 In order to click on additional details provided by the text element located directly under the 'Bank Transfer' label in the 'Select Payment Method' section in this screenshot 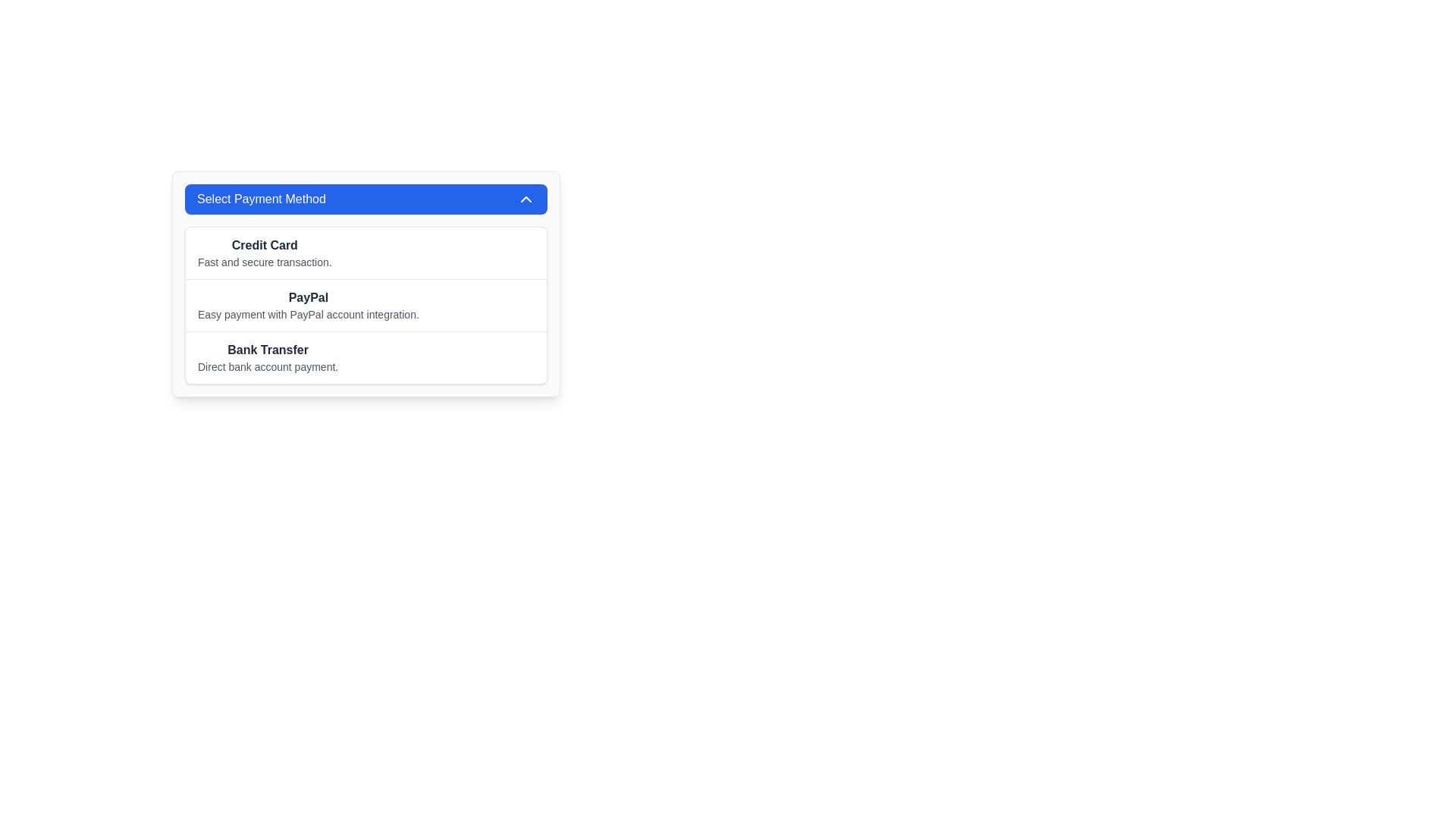, I will do `click(268, 366)`.